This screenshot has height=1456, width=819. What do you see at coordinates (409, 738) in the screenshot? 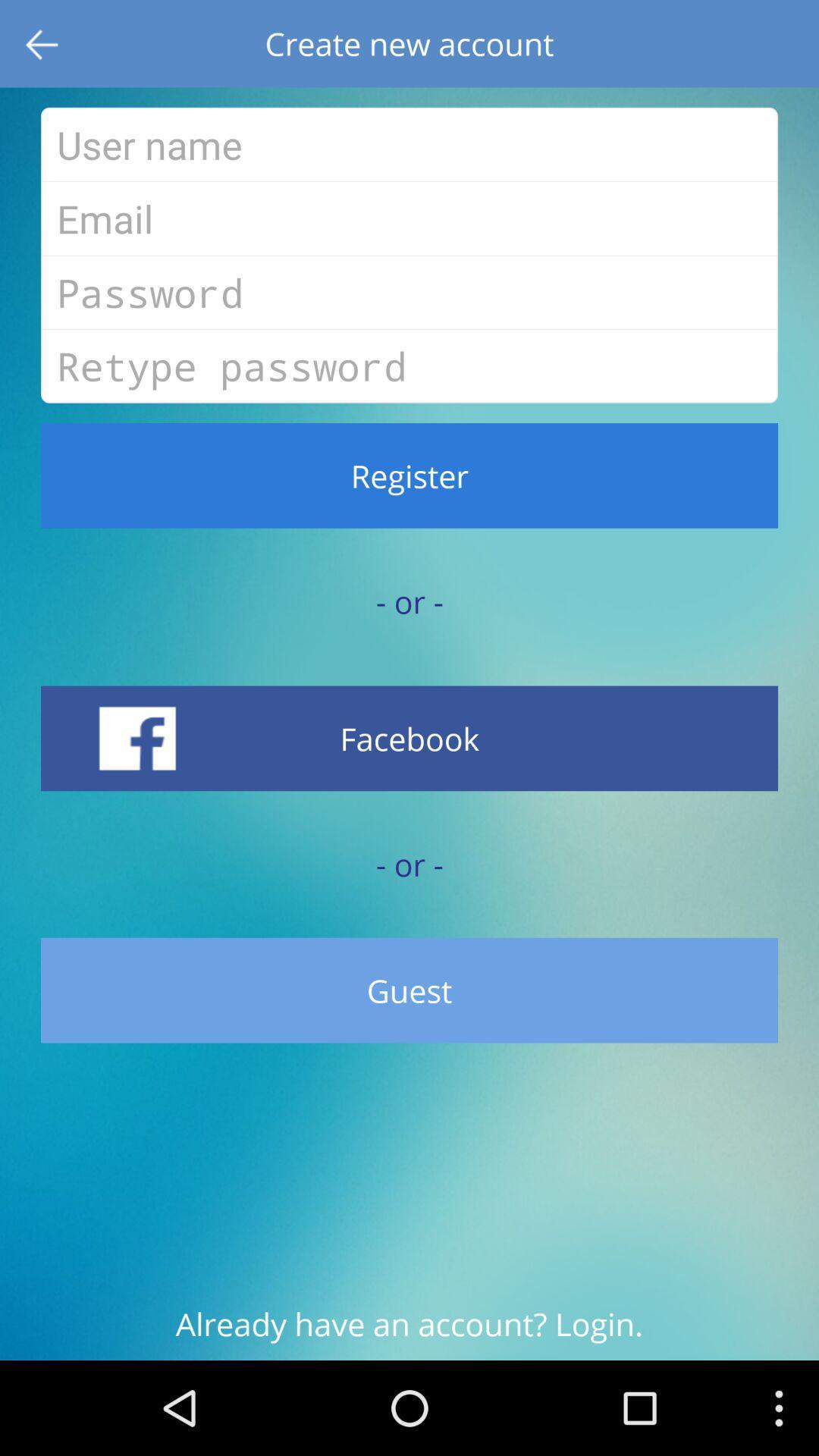
I see `the icon above the - or -` at bounding box center [409, 738].